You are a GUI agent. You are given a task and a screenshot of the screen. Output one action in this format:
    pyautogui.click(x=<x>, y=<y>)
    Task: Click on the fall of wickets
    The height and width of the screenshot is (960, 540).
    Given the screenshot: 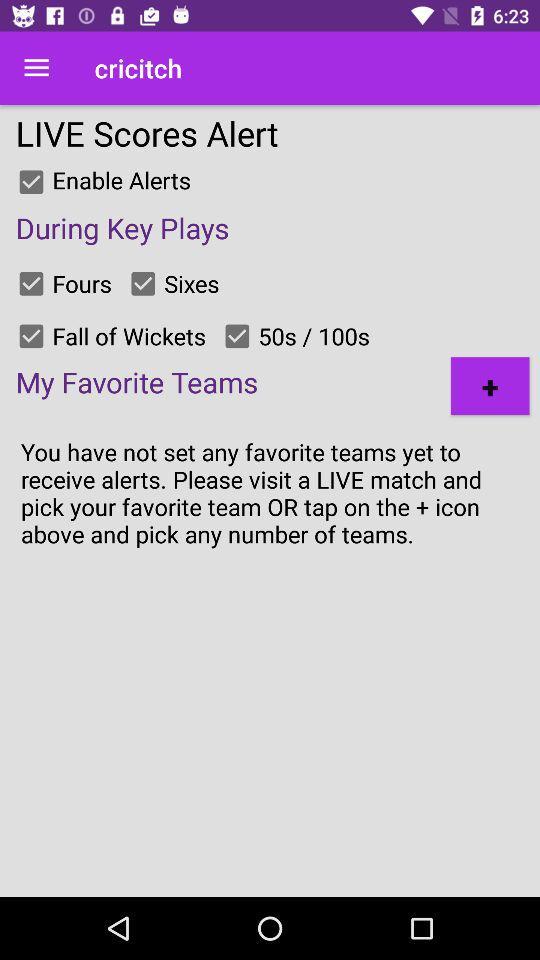 What is the action you would take?
    pyautogui.click(x=30, y=336)
    